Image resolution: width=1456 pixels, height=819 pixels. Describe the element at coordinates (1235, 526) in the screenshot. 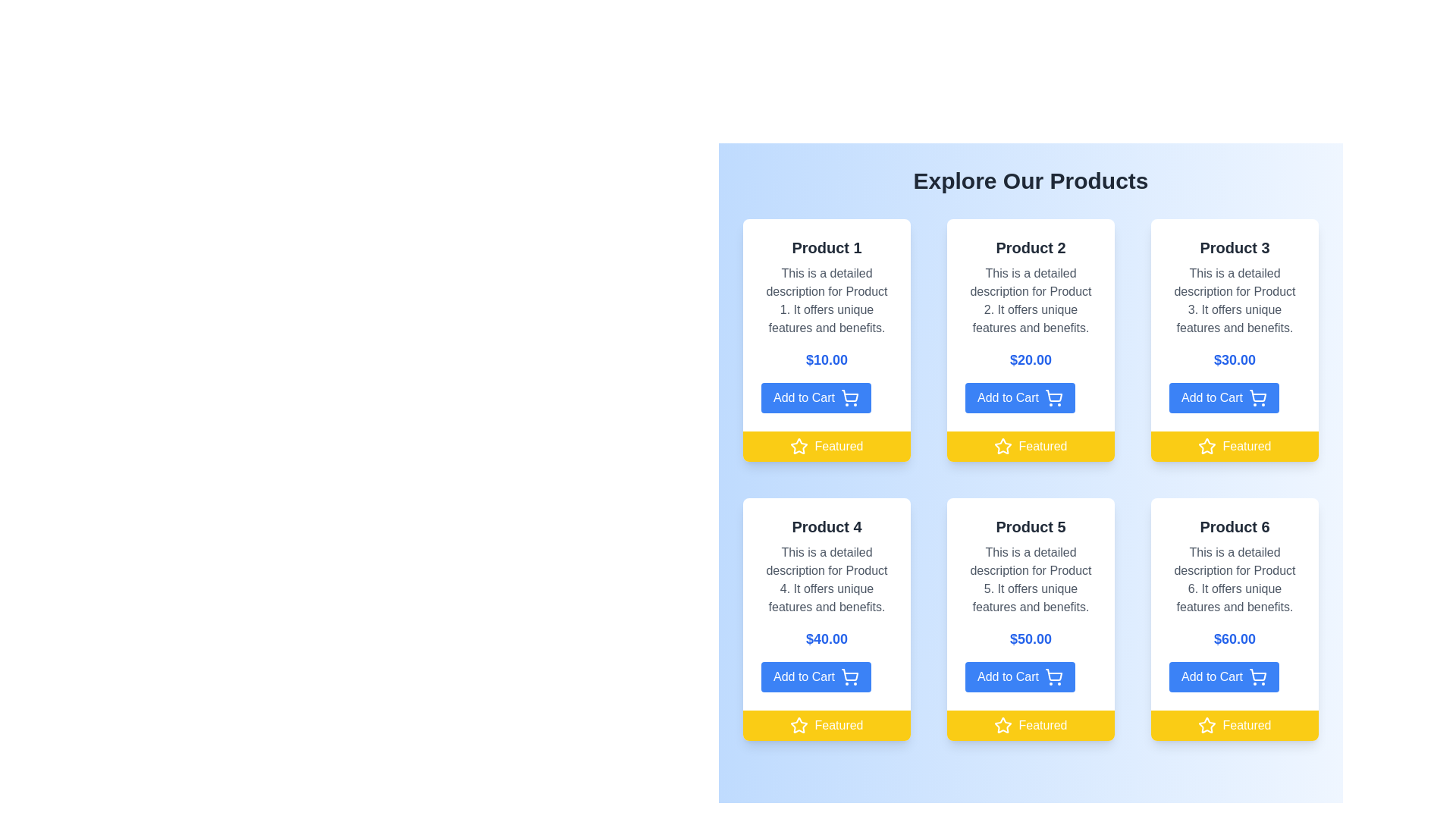

I see `the text label reading 'Product 6', which is styled in bold dark gray and positioned at the top center of the product card for 'Product 6' in the bottom right corner of the grid` at that location.